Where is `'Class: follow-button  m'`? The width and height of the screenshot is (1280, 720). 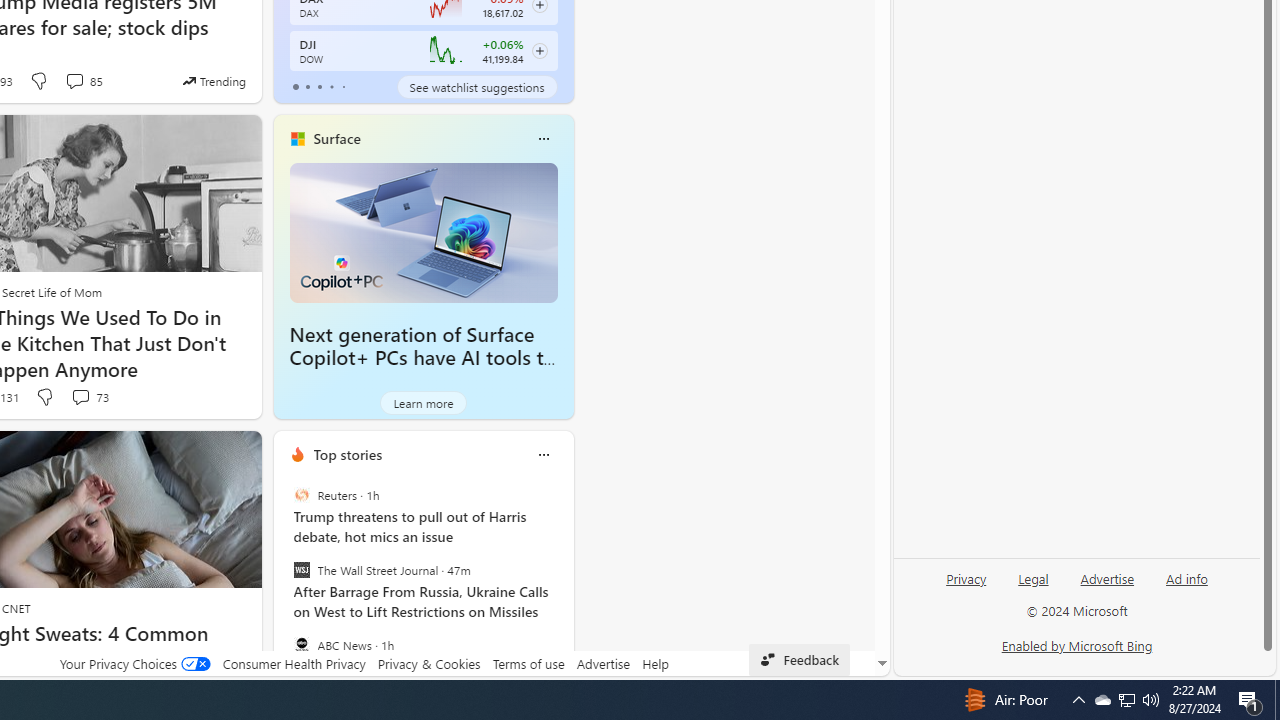
'Class: follow-button  m' is located at coordinates (539, 50).